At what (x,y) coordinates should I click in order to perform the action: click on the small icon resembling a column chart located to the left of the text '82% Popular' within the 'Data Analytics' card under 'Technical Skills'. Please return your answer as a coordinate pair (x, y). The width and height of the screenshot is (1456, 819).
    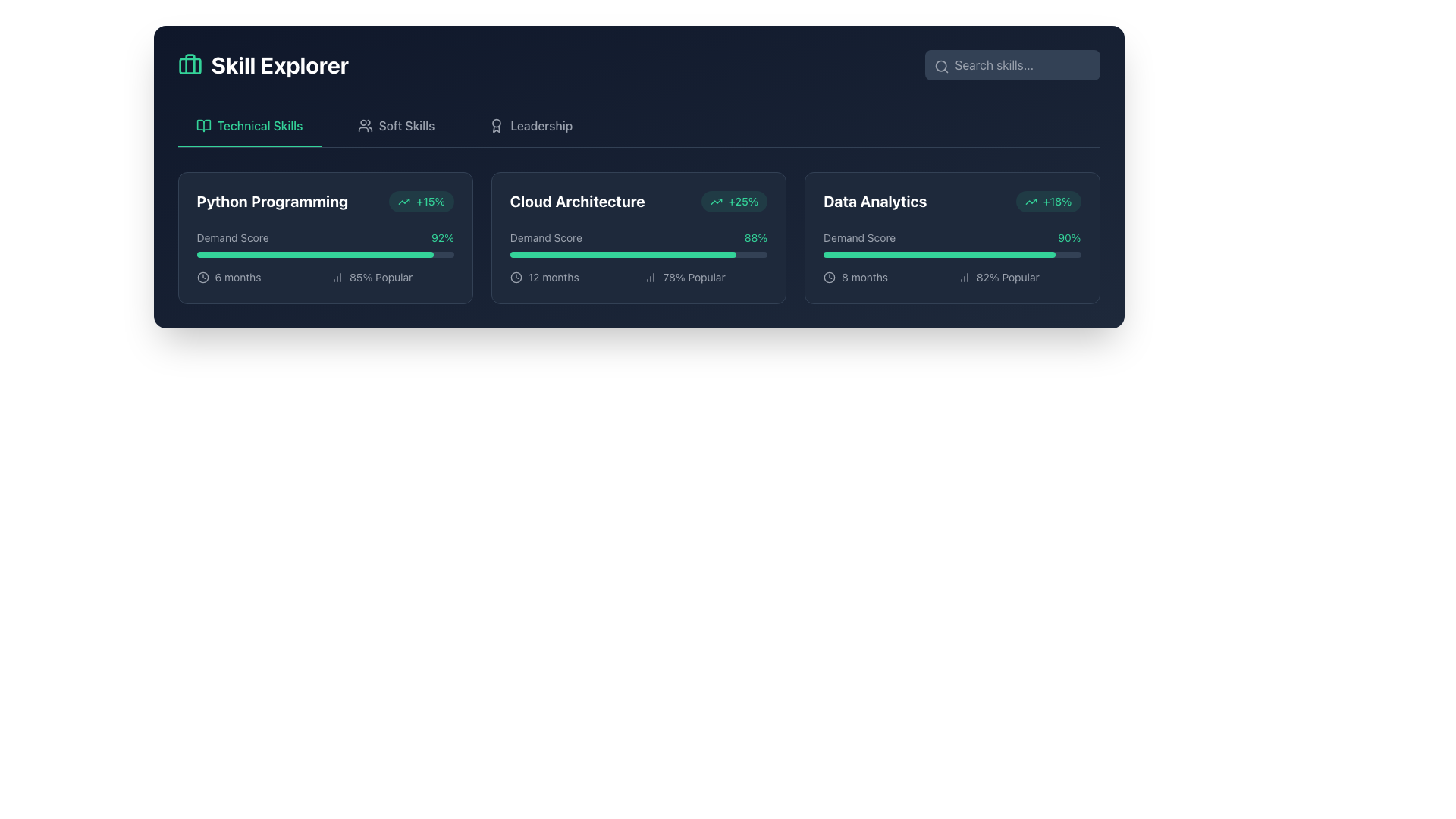
    Looking at the image, I should click on (963, 278).